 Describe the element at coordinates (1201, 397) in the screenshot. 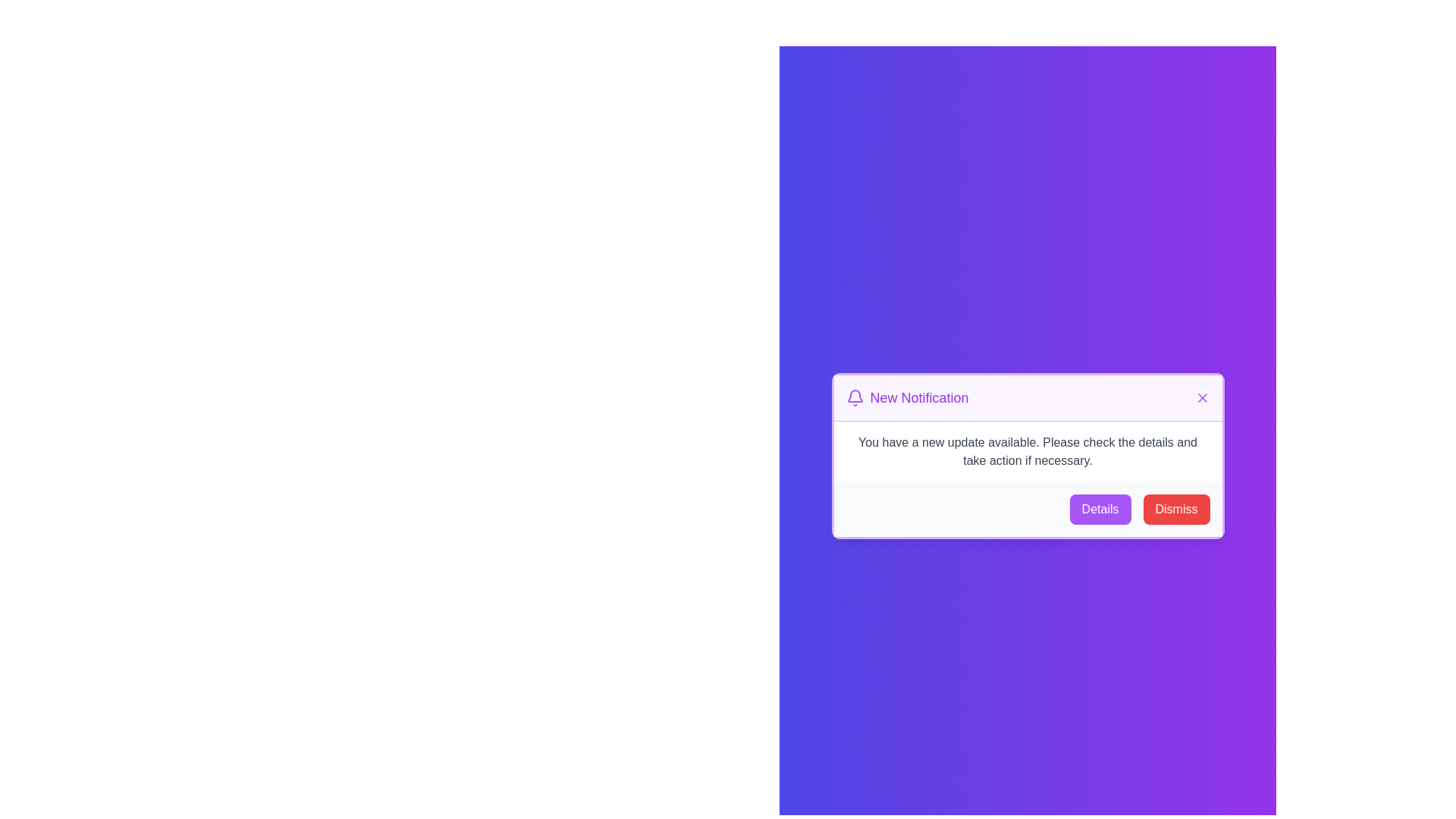

I see `the small purple button with an 'X' icon located in the upper-right corner of the 'New Notification' panel` at that location.